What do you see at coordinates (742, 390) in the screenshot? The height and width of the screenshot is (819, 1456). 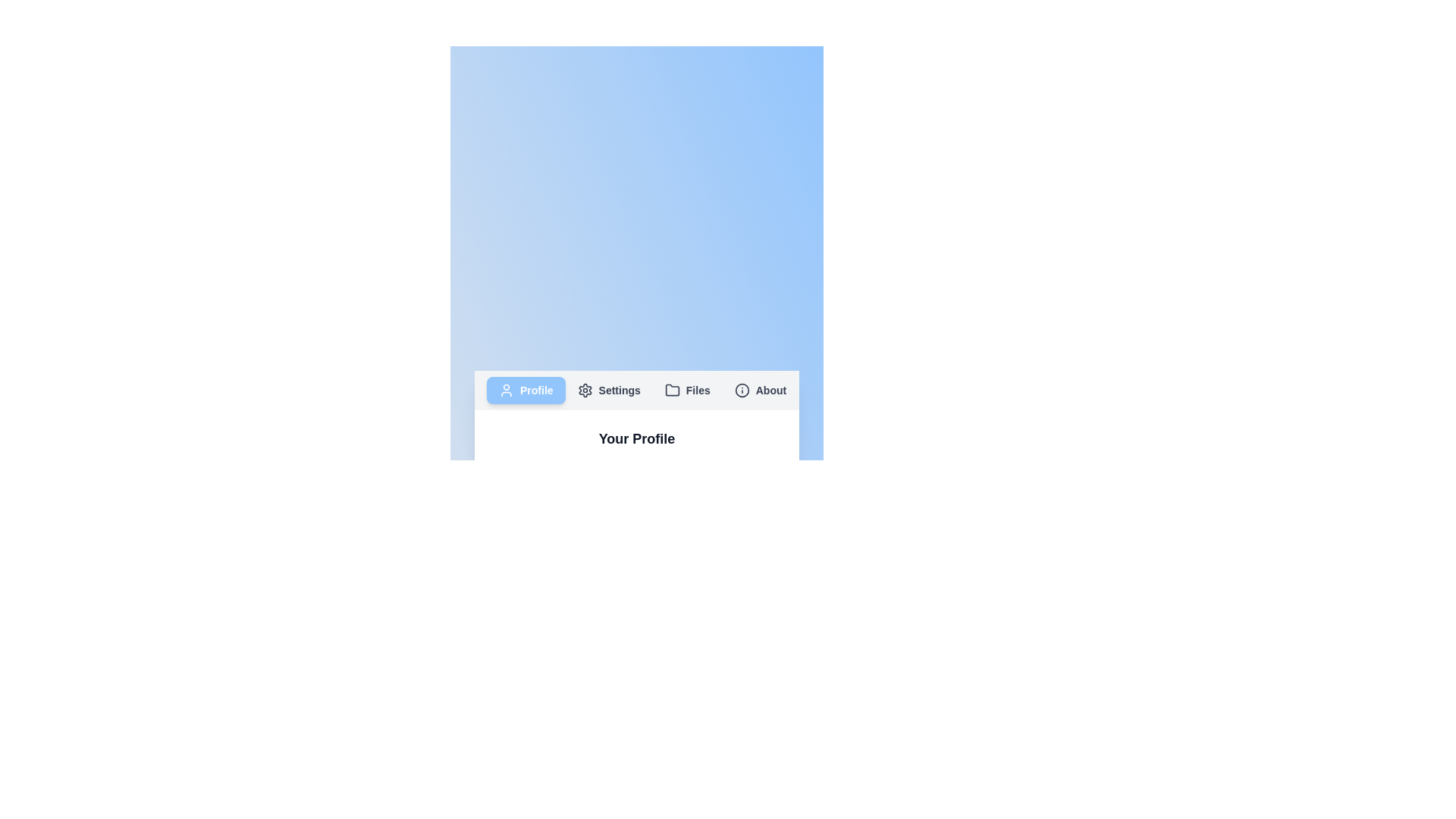 I see `the informational icon depicted as a circled 'i' symbol located in the 'About' section of the bottom center menu bar` at bounding box center [742, 390].